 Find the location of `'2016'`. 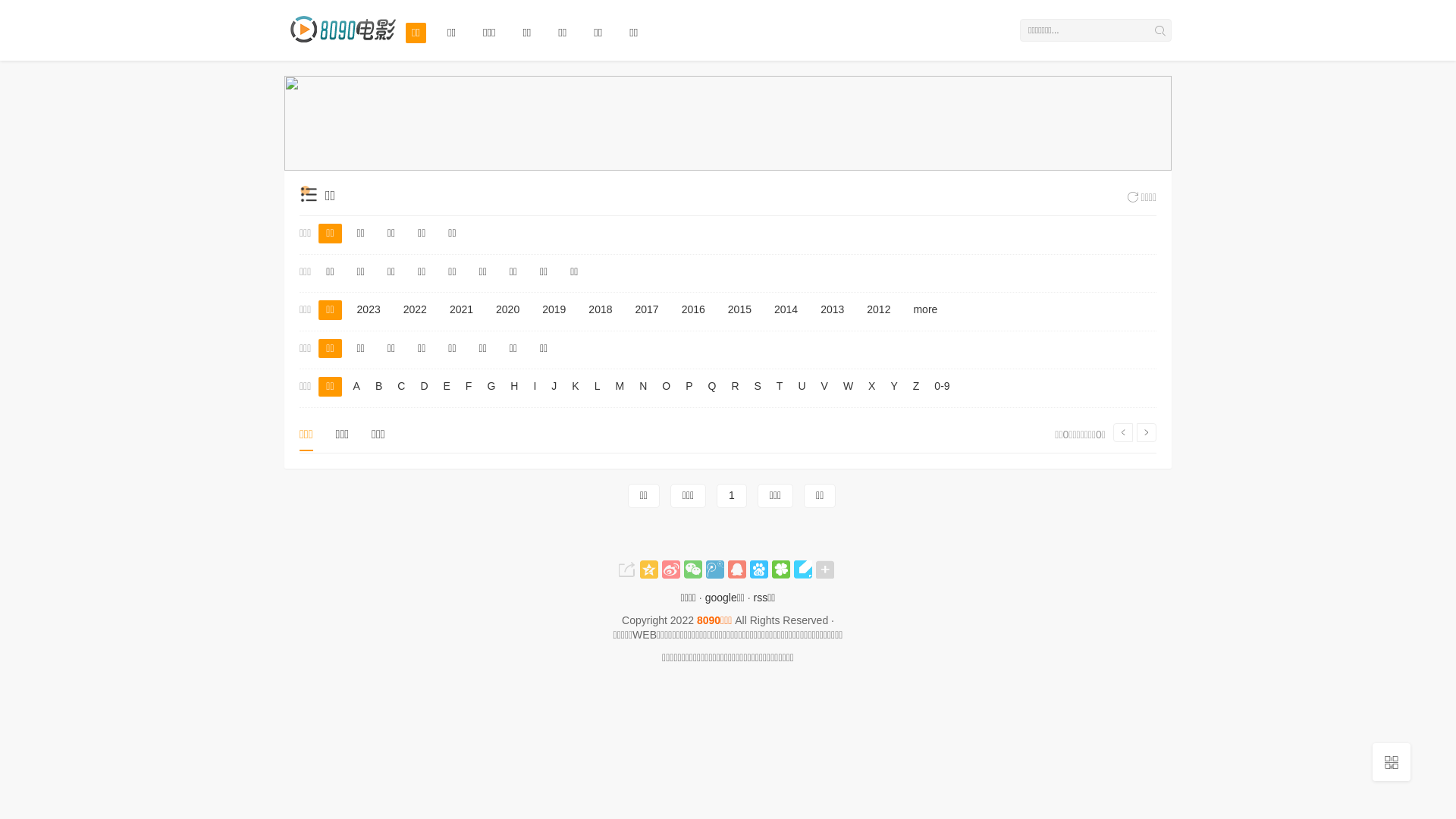

'2016' is located at coordinates (692, 309).